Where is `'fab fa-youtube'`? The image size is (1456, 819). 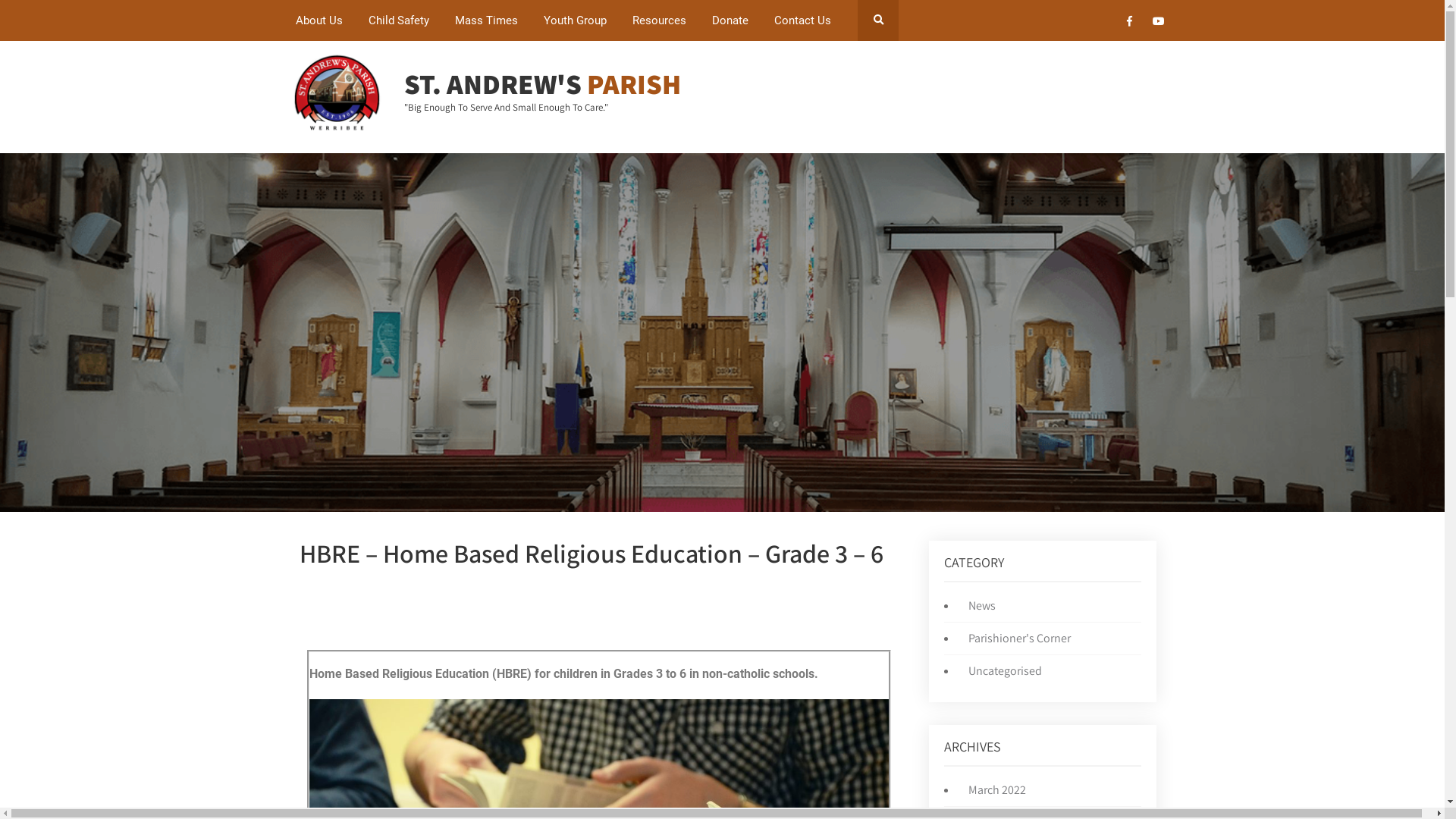 'fab fa-youtube' is located at coordinates (1157, 23).